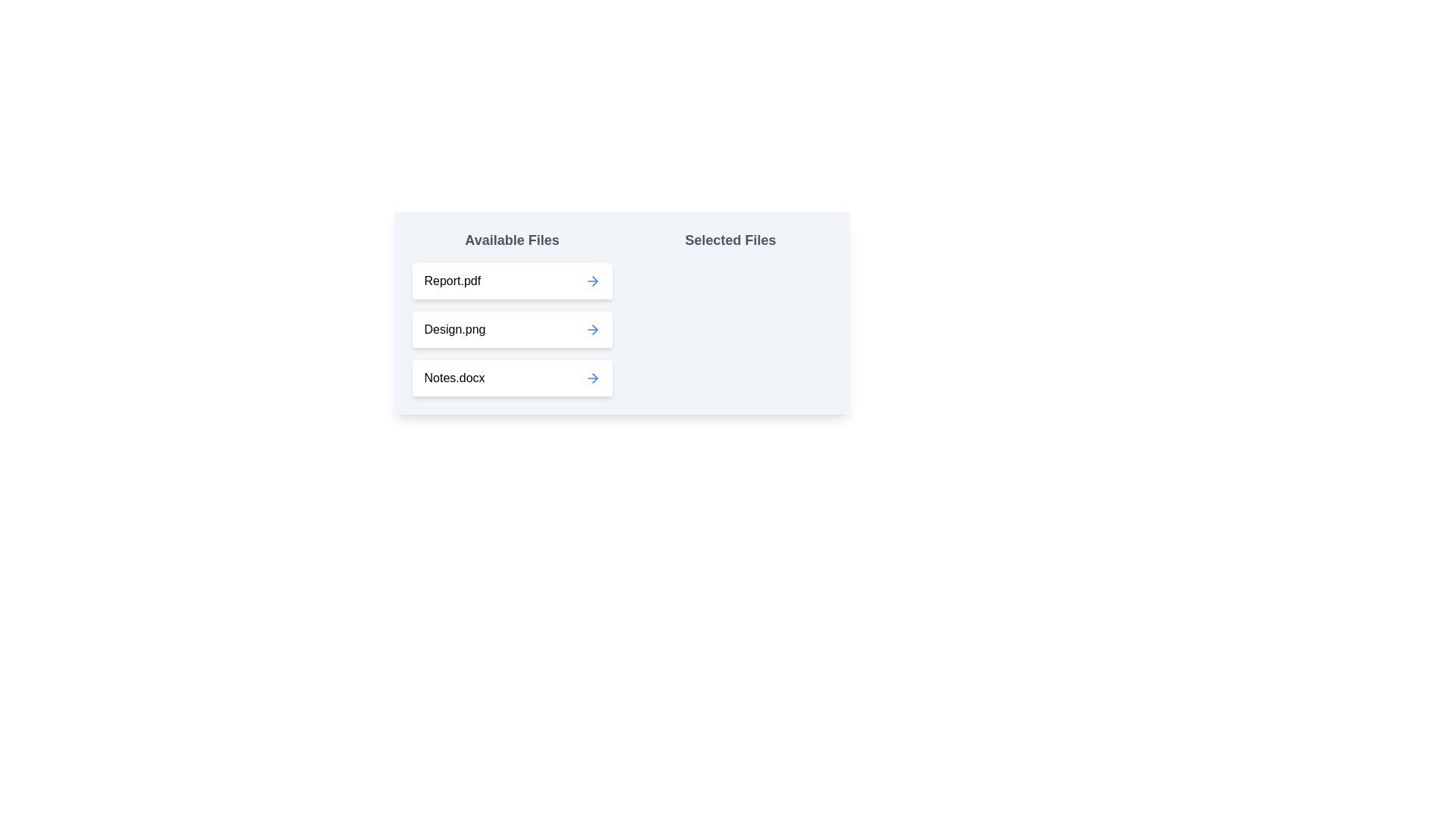 The height and width of the screenshot is (819, 1456). Describe the element at coordinates (512, 312) in the screenshot. I see `the selectable file named 'Design.png' which is the second item in the 'Available Files' list` at that location.